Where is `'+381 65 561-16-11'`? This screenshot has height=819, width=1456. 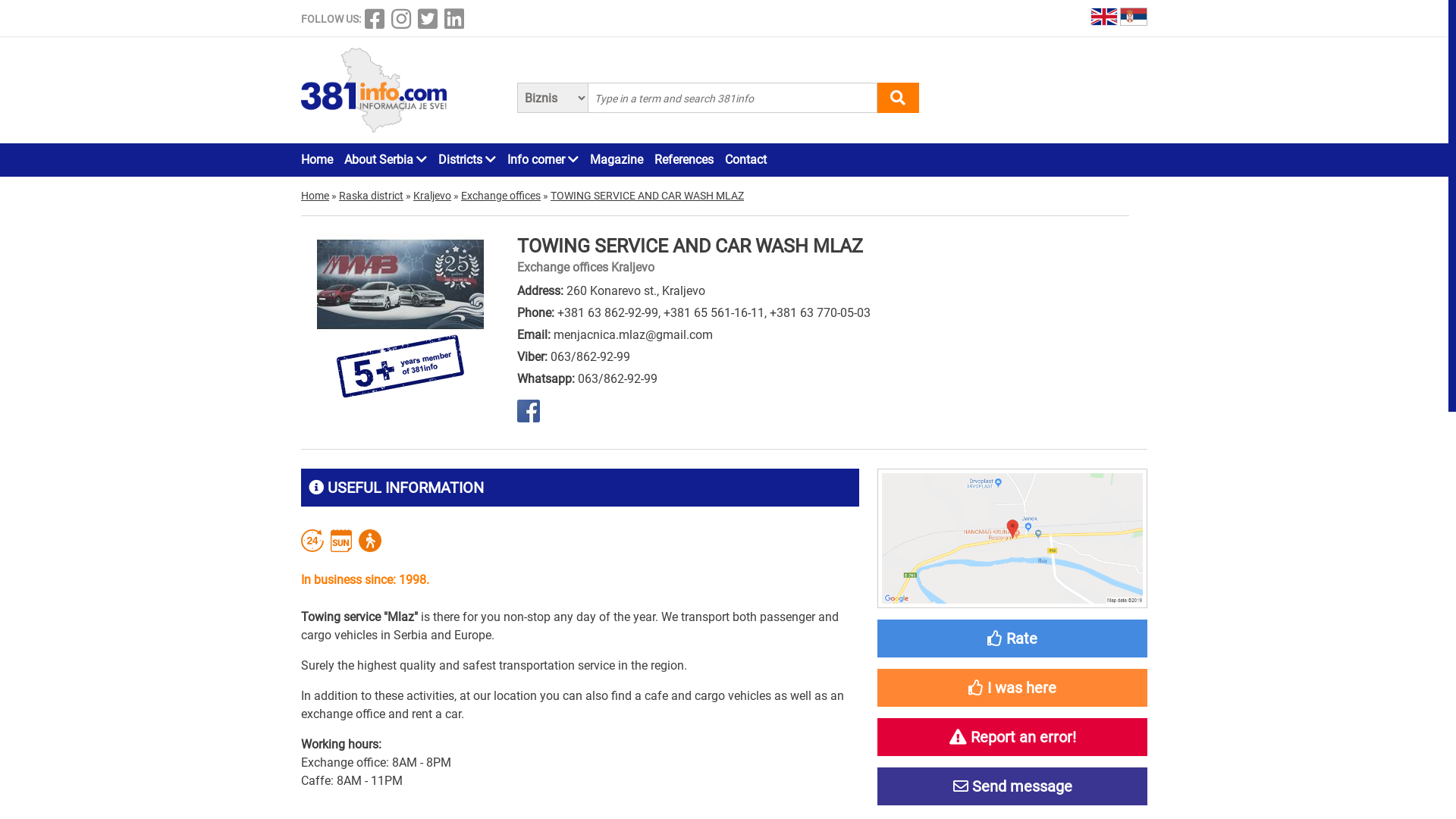
'+381 65 561-16-11' is located at coordinates (663, 312).